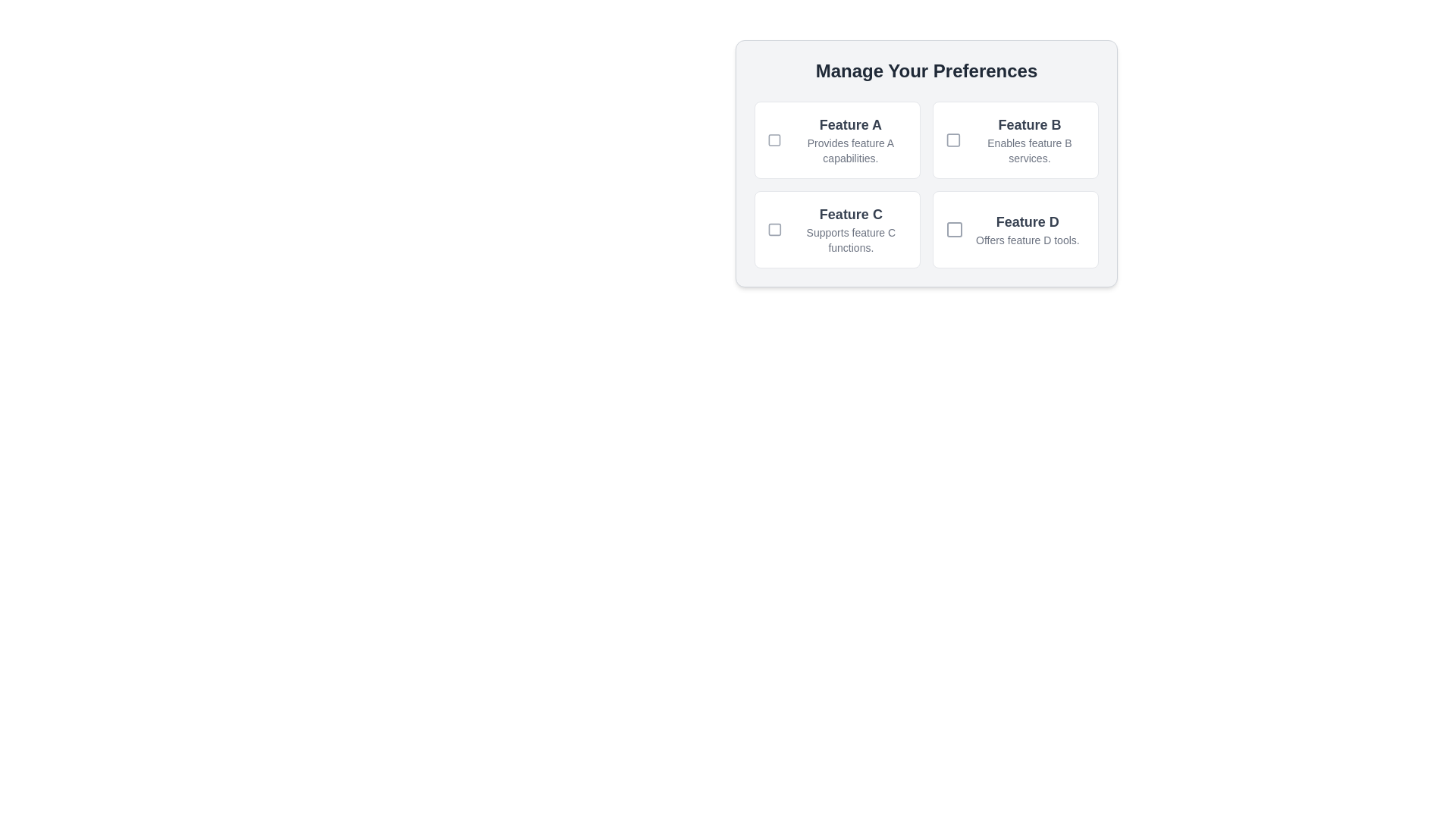  What do you see at coordinates (851, 239) in the screenshot?
I see `the text label displaying 'Supports feature C functions.' which is located directly underneath the heading 'Feature C' in the bottom row, second column of the grid` at bounding box center [851, 239].